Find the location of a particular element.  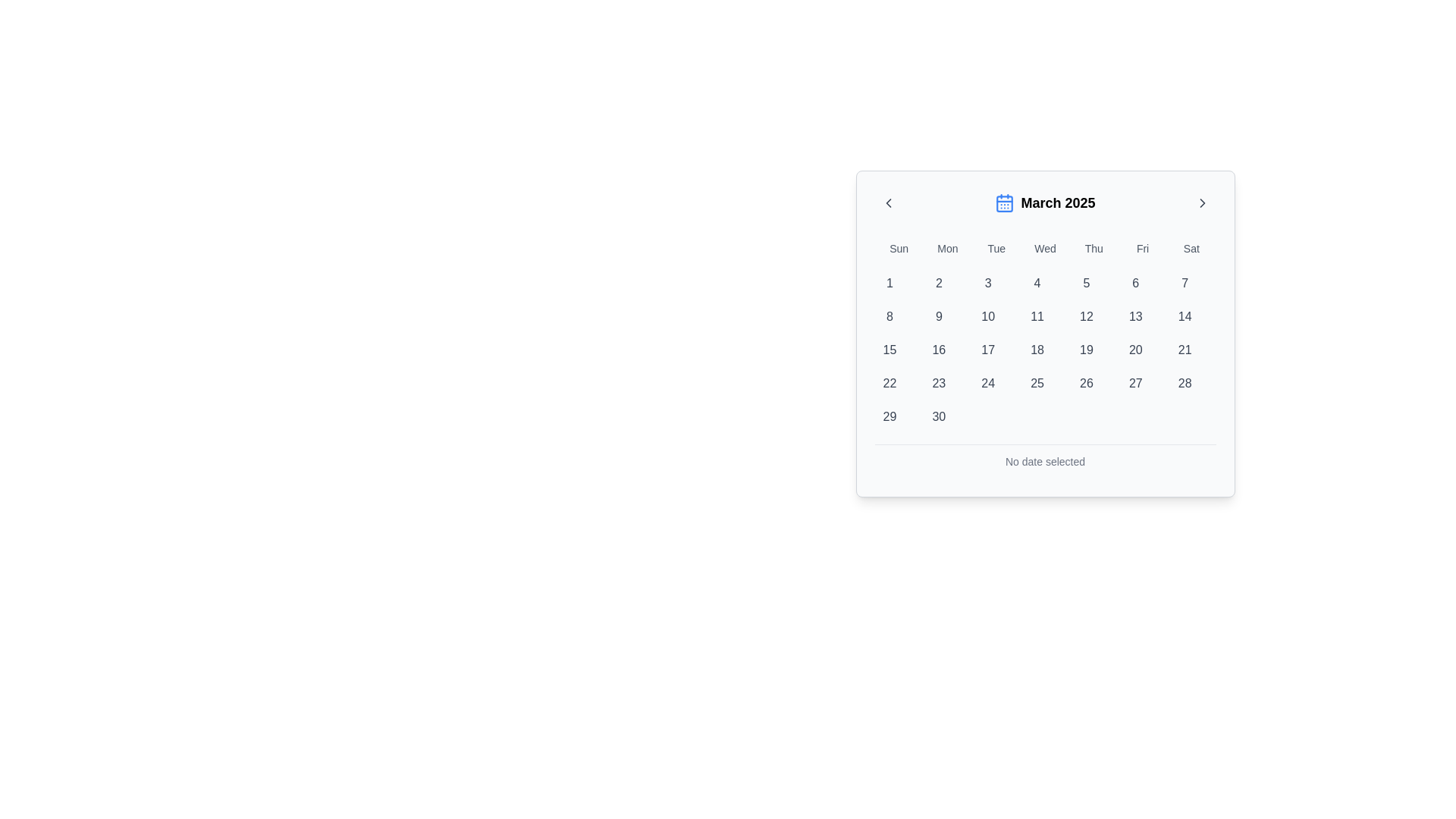

the chevron icon used for navigating to the previous month in the calendar interface is located at coordinates (888, 202).